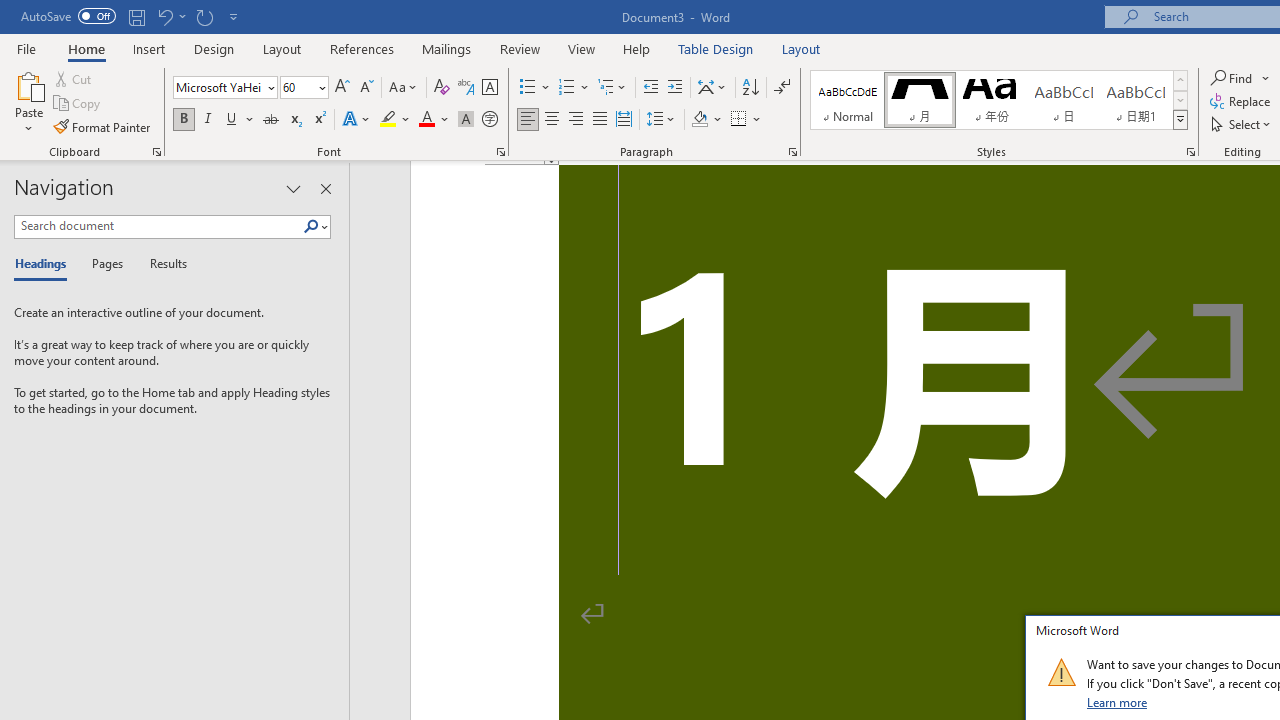 The height and width of the screenshot is (720, 1280). I want to click on 'Character Shading', so click(464, 119).